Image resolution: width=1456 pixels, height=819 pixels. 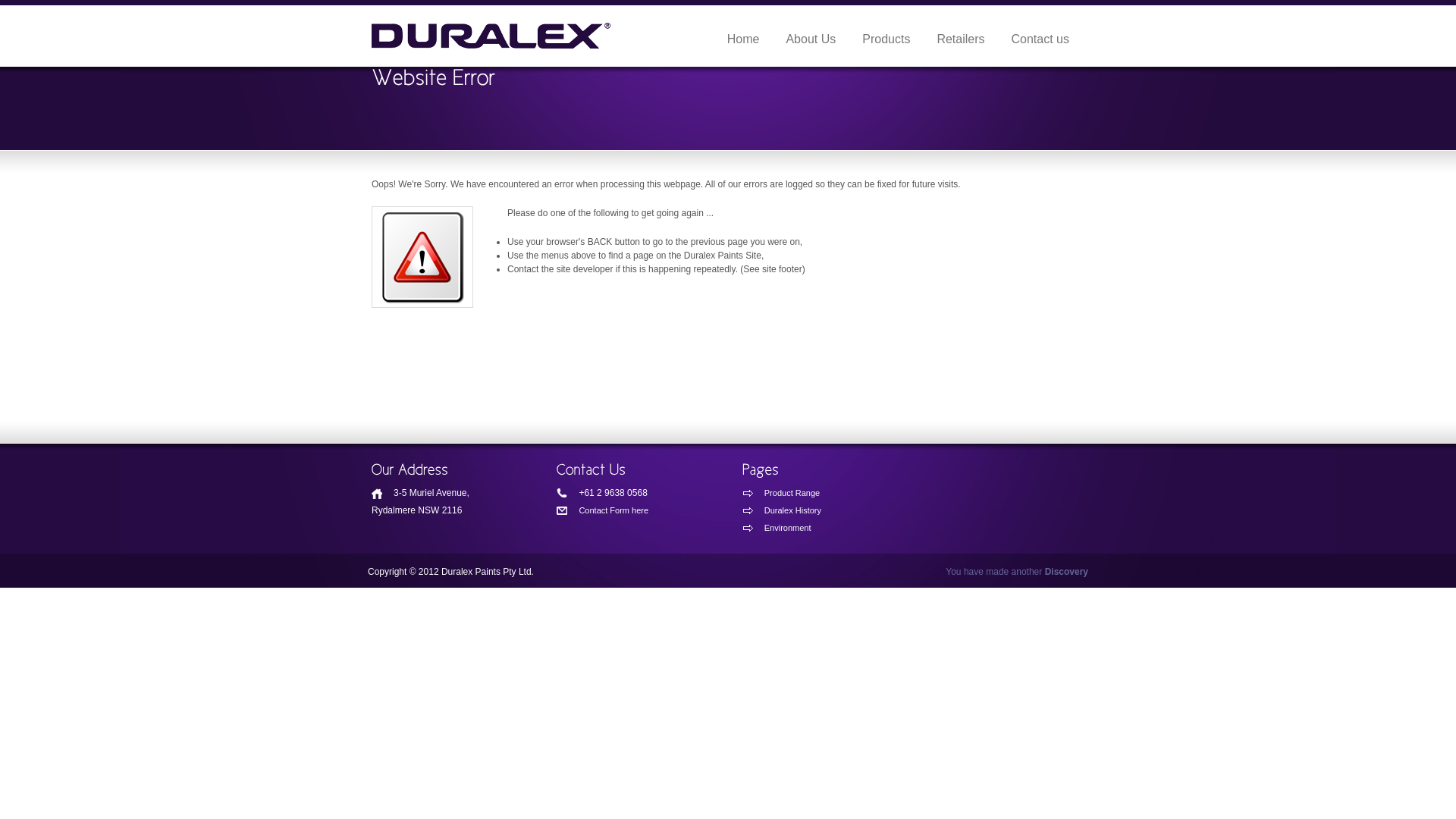 What do you see at coordinates (620, 510) in the screenshot?
I see `'Contact Form here'` at bounding box center [620, 510].